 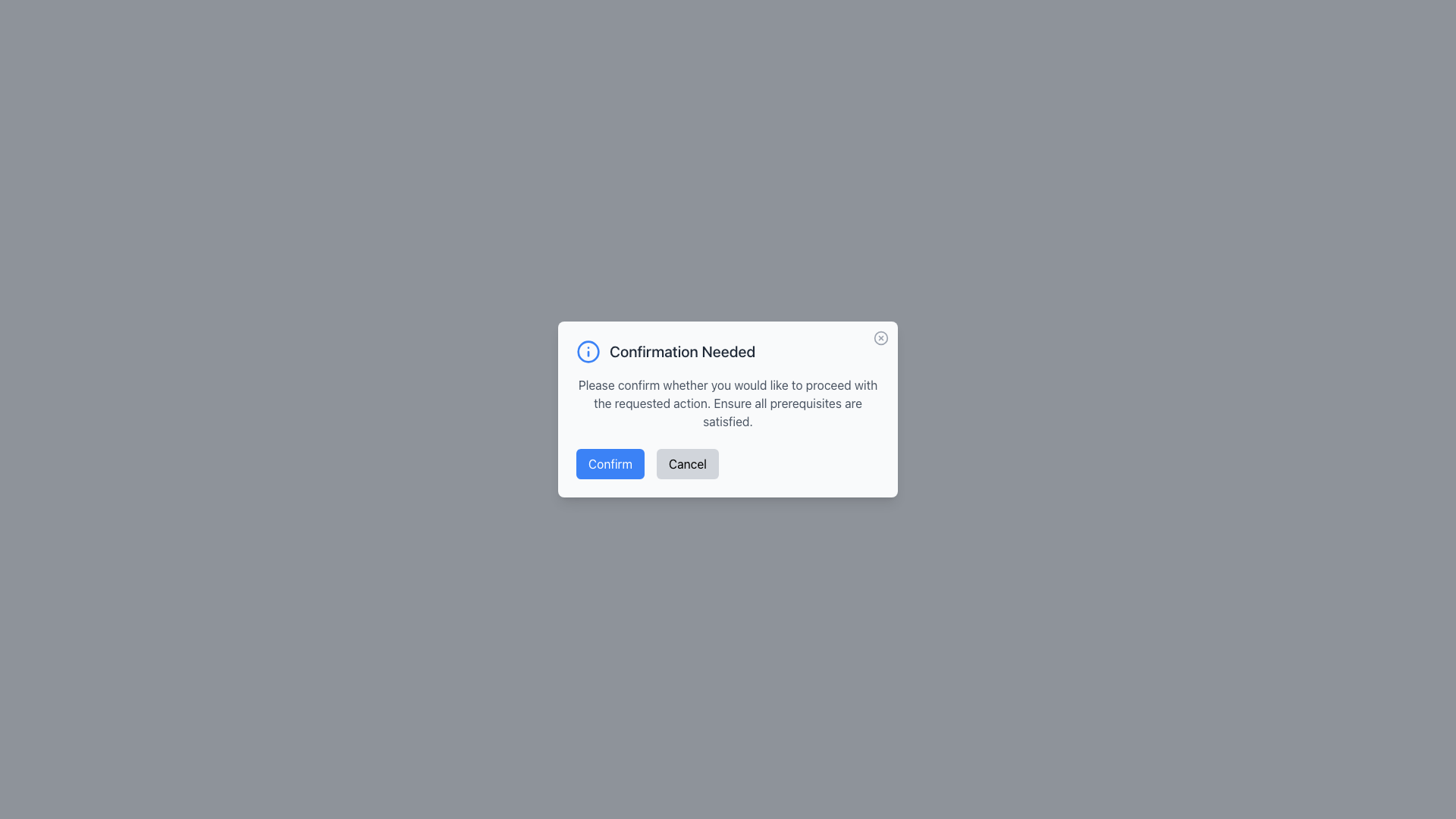 What do you see at coordinates (728, 351) in the screenshot?
I see `the heading element of the confirmation dialog, which is located at the upper part of the dialog box, above the instructional text and aligned with the icon` at bounding box center [728, 351].